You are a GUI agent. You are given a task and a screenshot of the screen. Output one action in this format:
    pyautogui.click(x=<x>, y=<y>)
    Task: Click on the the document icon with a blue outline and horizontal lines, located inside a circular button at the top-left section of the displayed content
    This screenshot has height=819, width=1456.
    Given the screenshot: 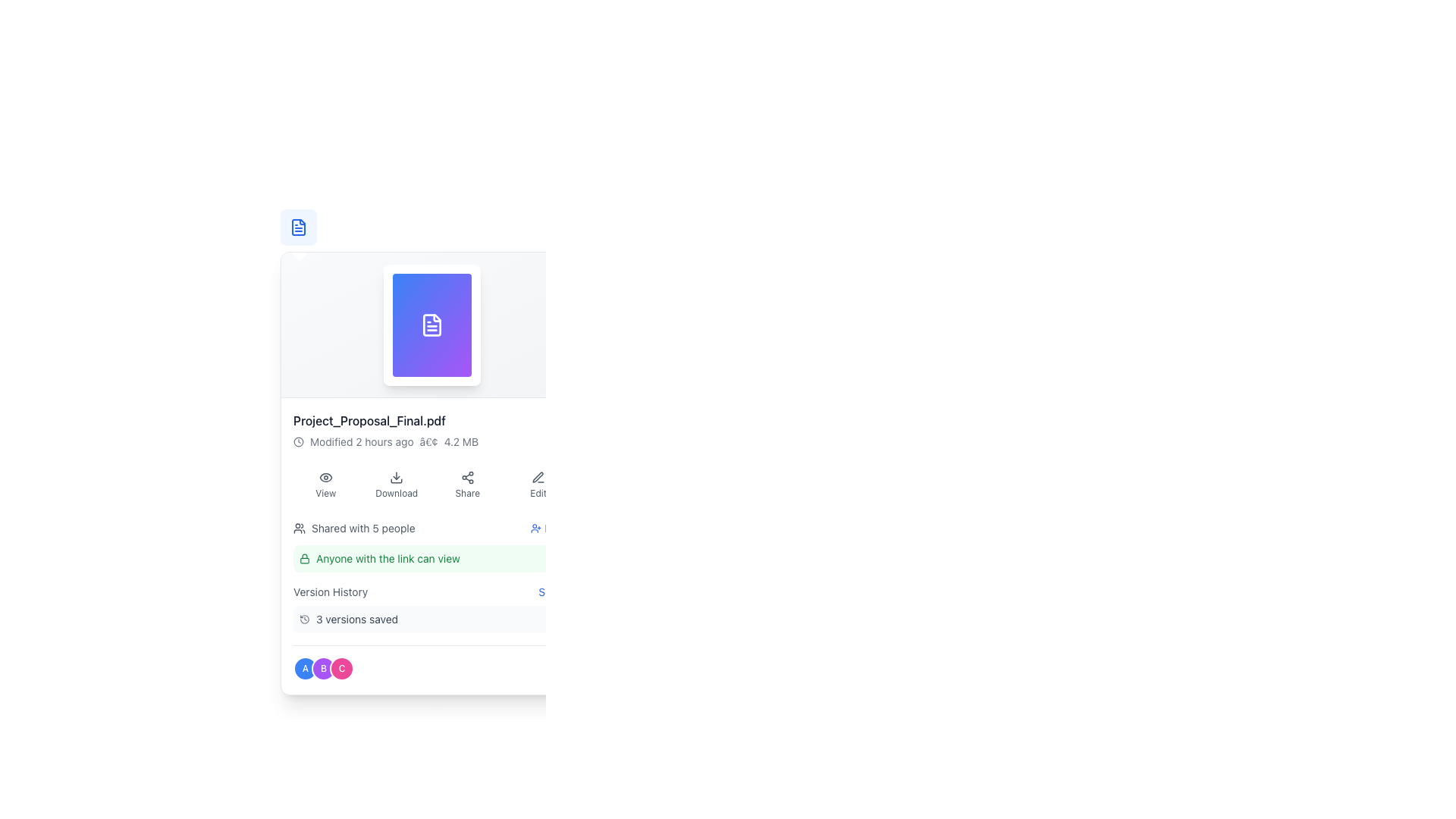 What is the action you would take?
    pyautogui.click(x=298, y=227)
    